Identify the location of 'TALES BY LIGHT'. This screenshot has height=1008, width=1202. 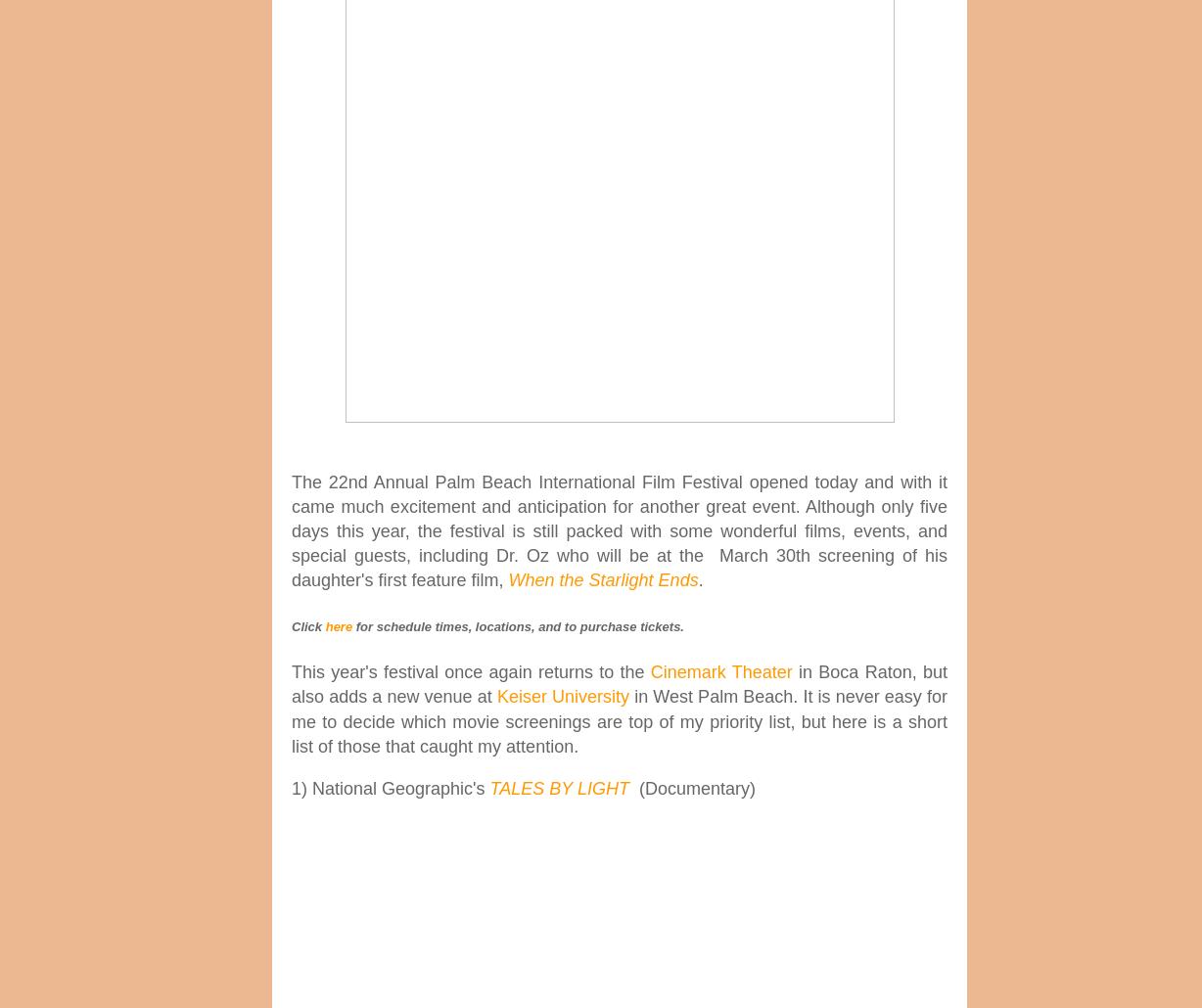
(558, 787).